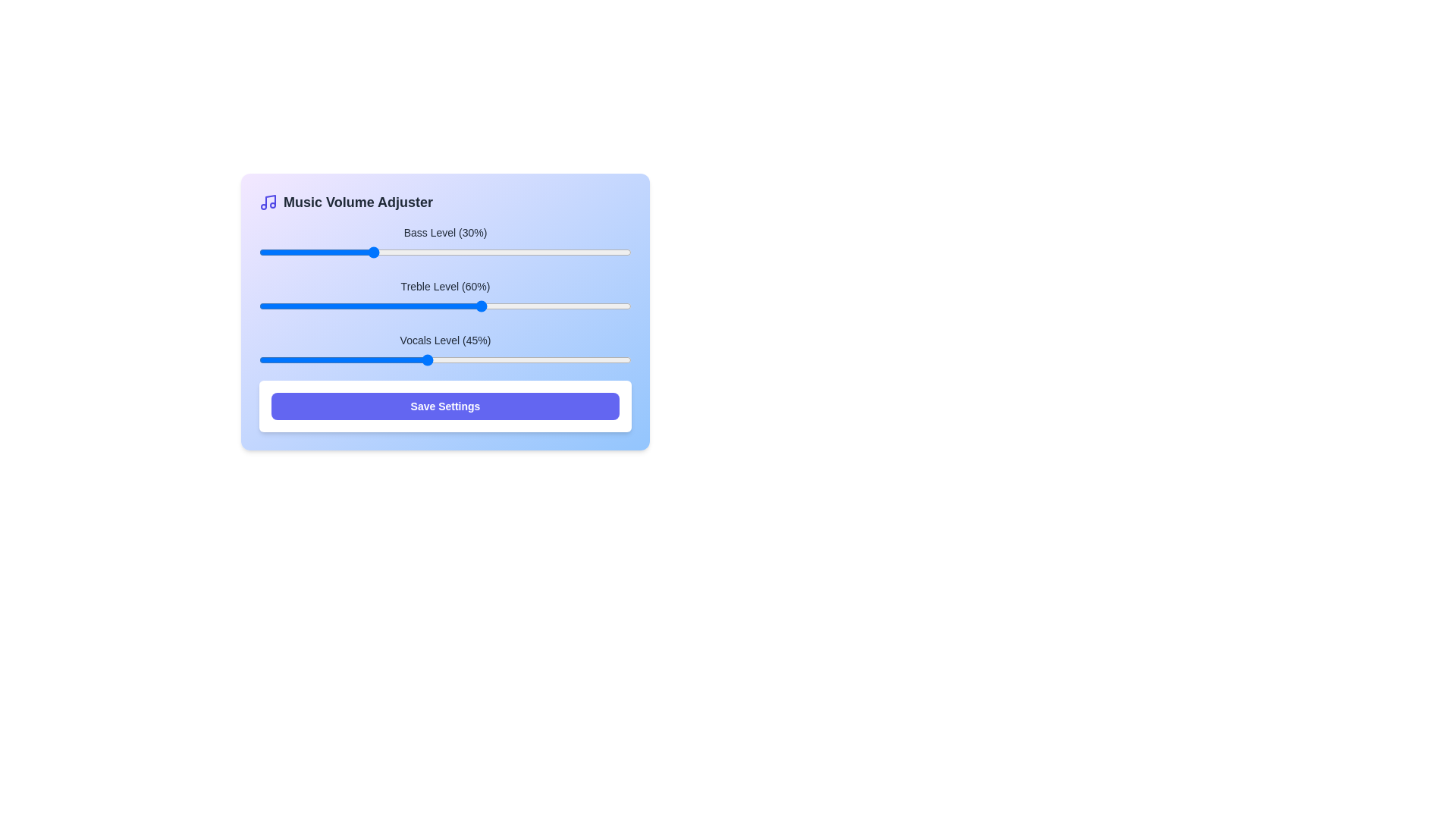 Image resolution: width=1456 pixels, height=819 pixels. I want to click on the treble level, so click(563, 306).